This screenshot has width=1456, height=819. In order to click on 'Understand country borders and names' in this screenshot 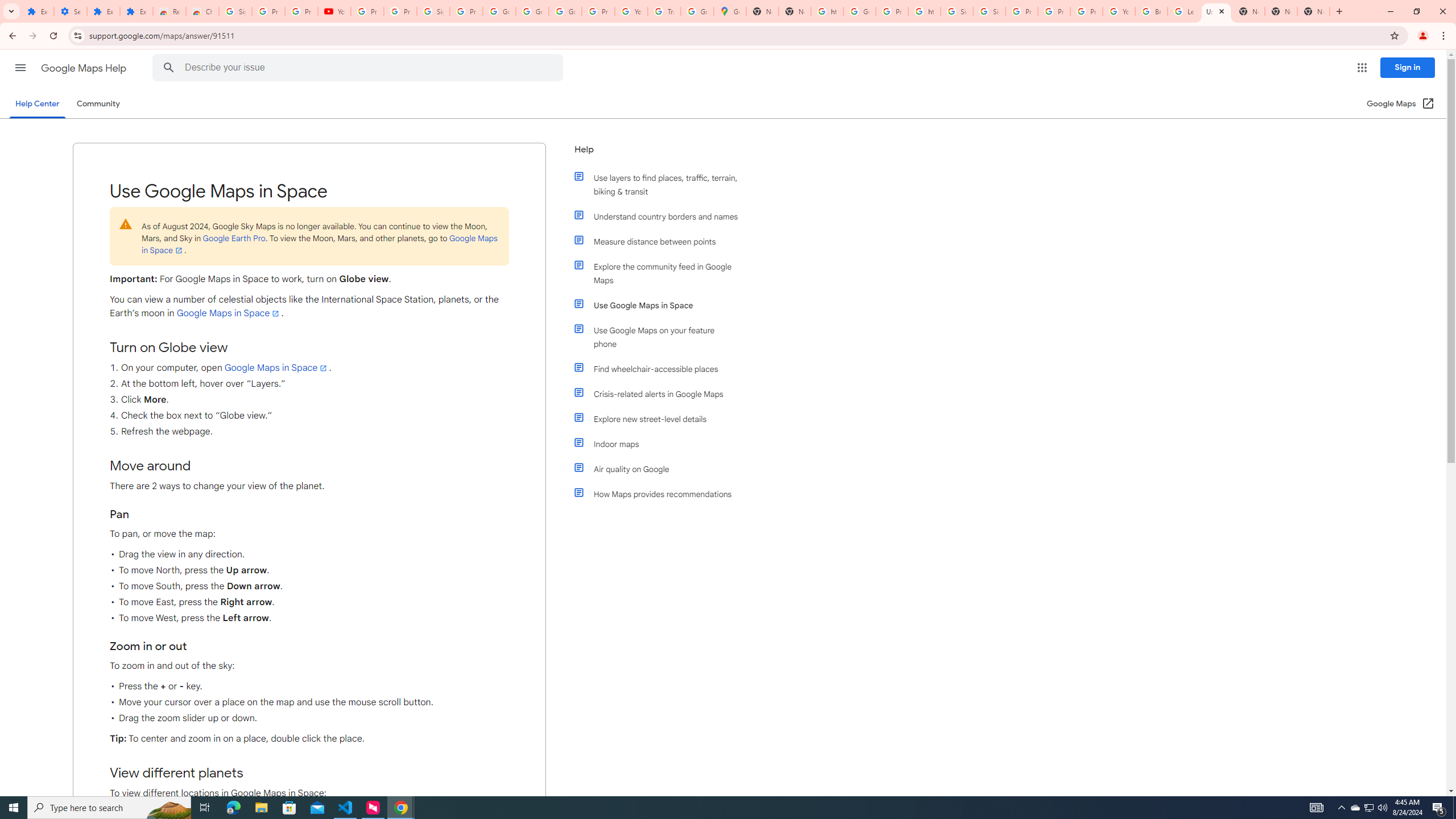, I will do `click(661, 216)`.